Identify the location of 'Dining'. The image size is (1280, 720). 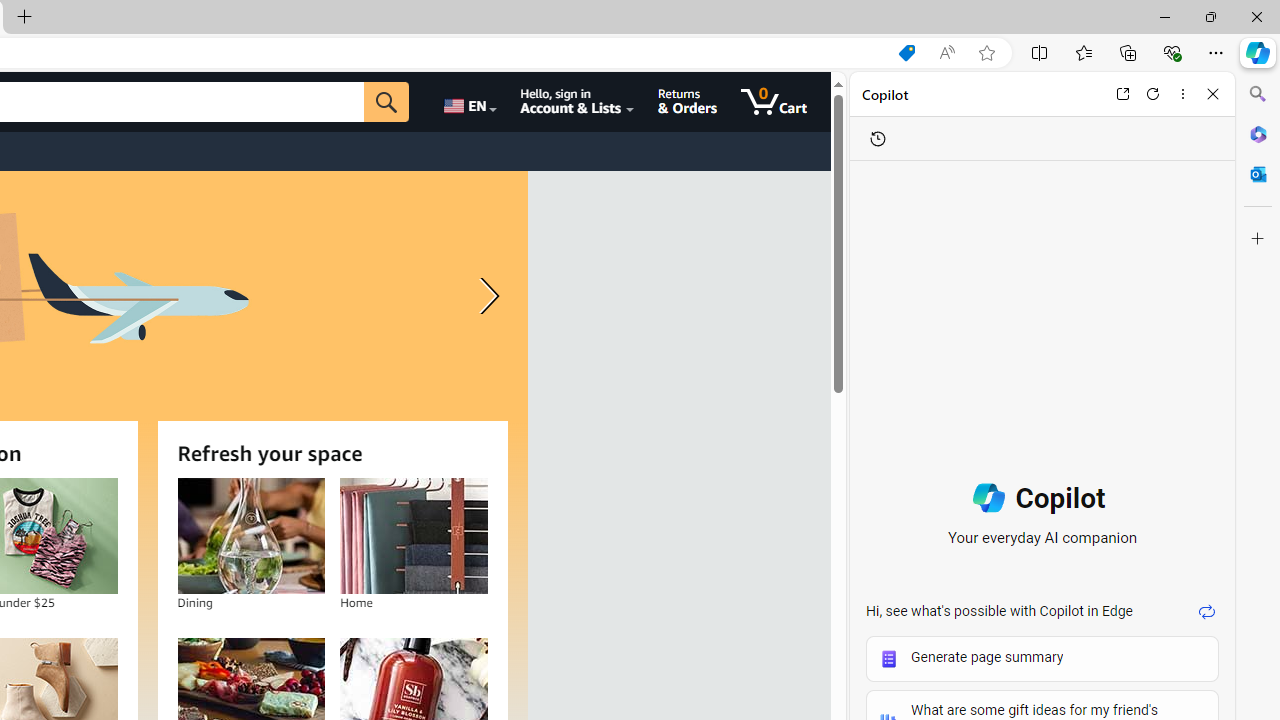
(249, 535).